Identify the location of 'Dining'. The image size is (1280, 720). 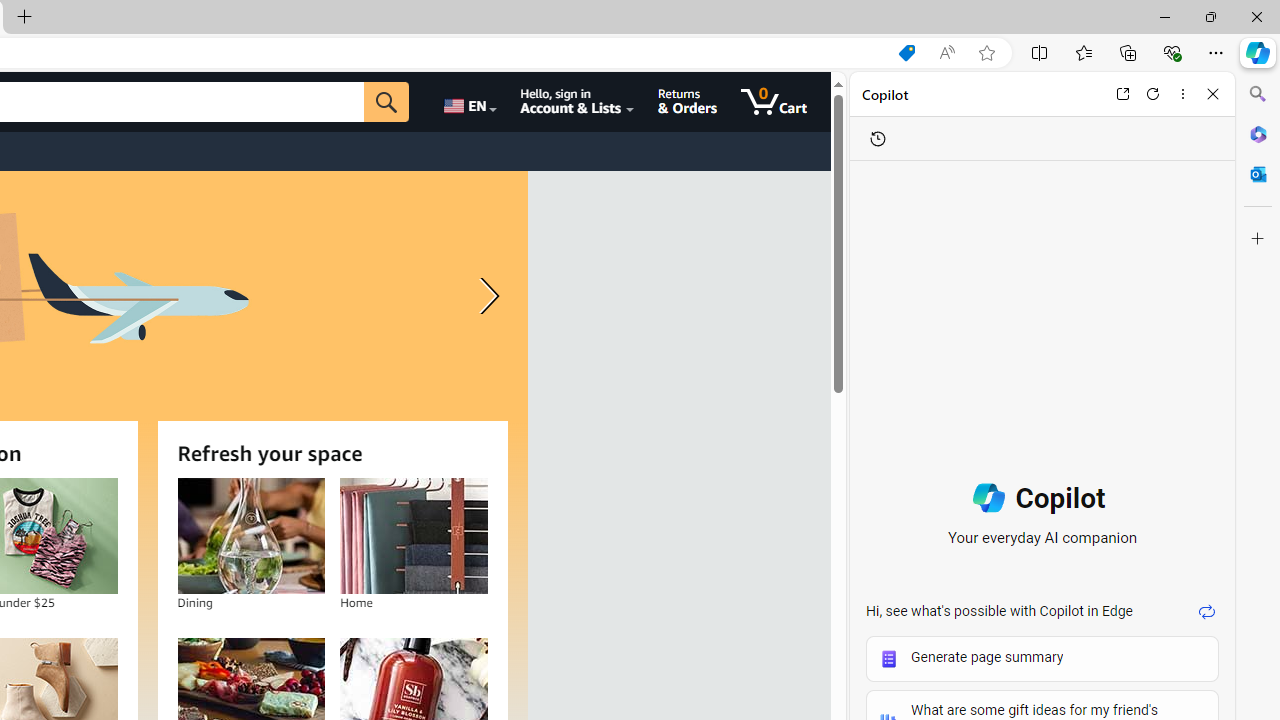
(249, 535).